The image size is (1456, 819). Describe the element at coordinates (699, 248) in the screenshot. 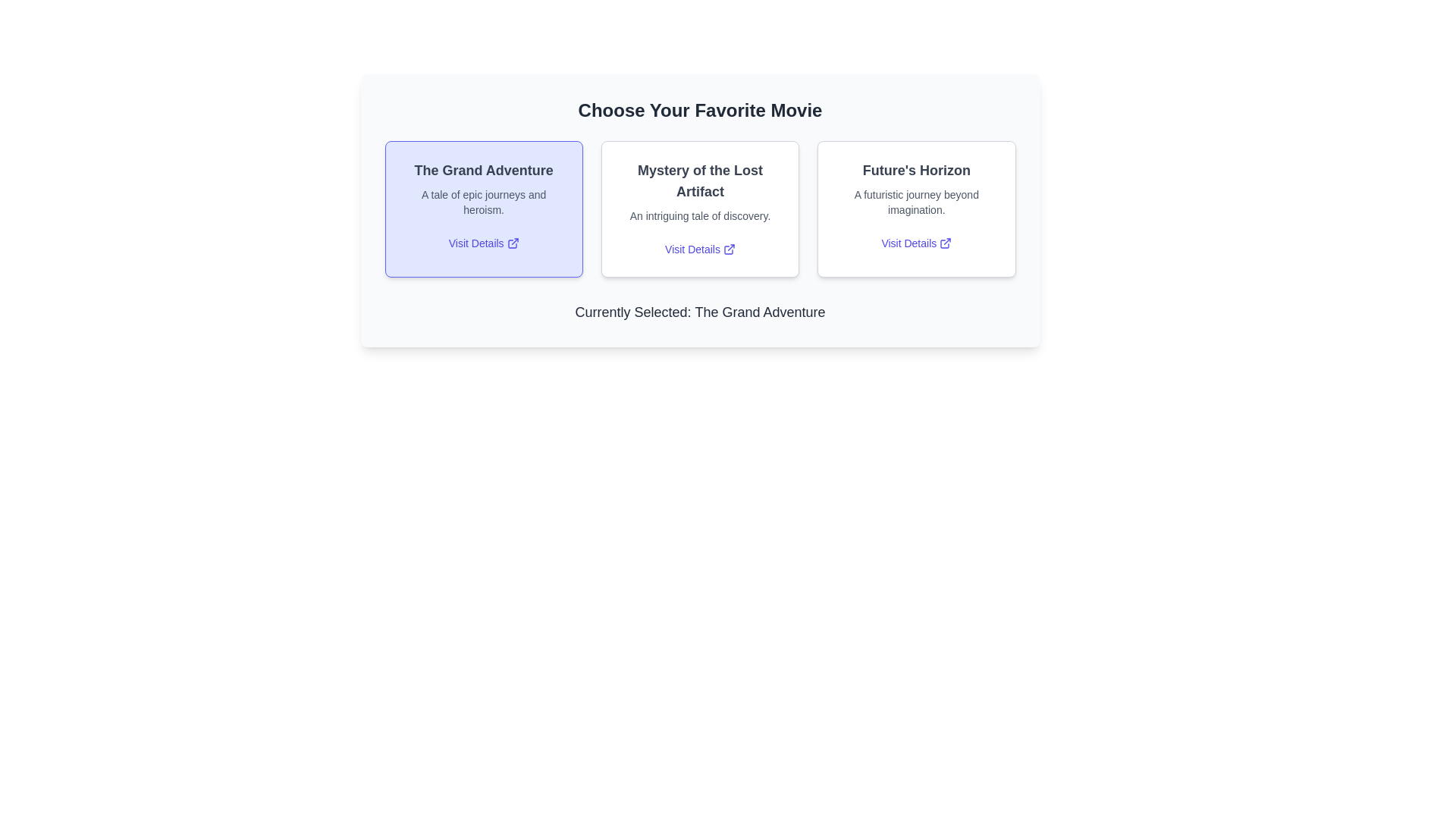

I see `the 'Visit Details' hyperlink, which is styled with indigo-colored text and includes an external link icon` at that location.